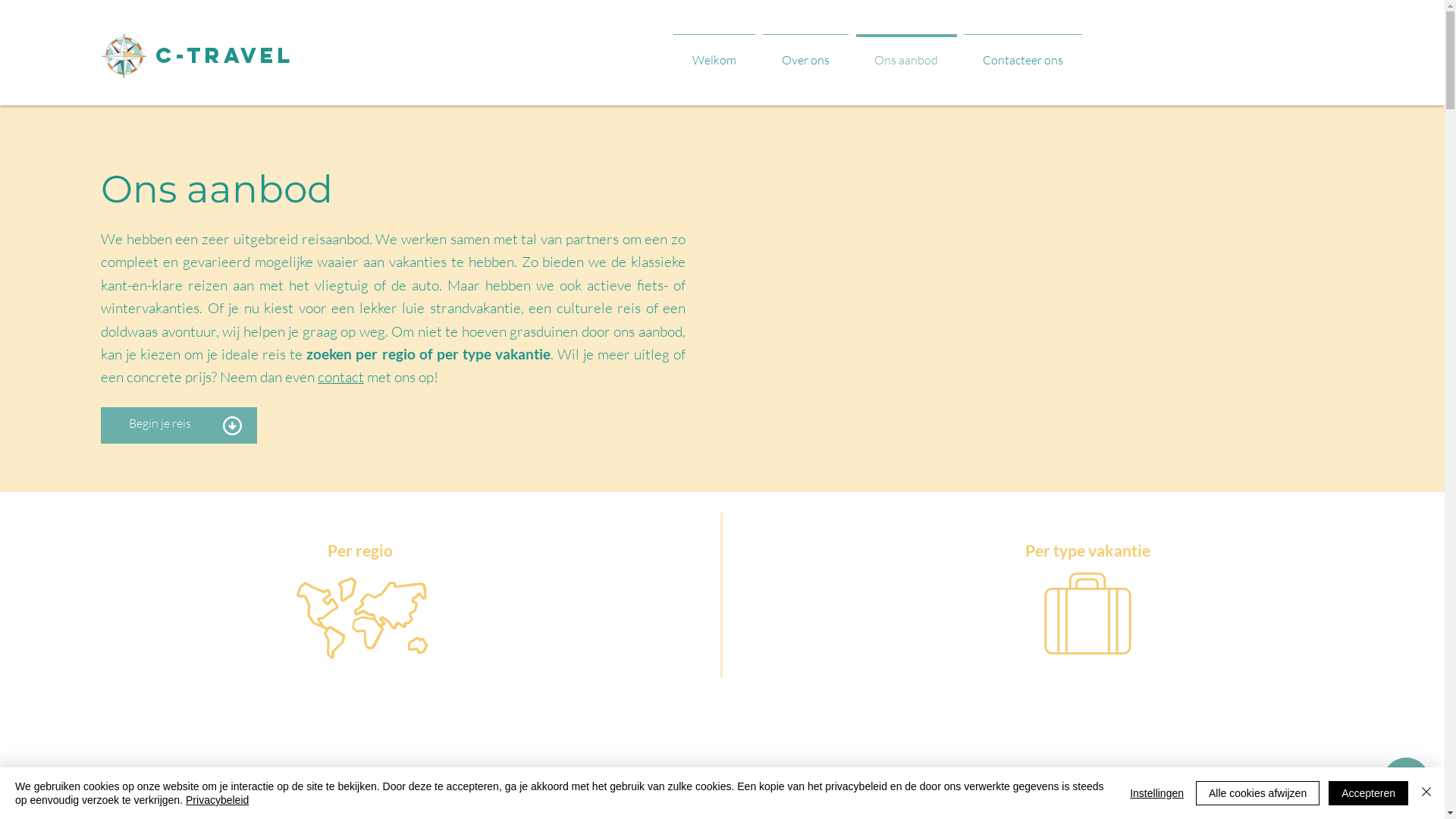 The height and width of the screenshot is (819, 1456). I want to click on 'Begin je reis', so click(160, 423).